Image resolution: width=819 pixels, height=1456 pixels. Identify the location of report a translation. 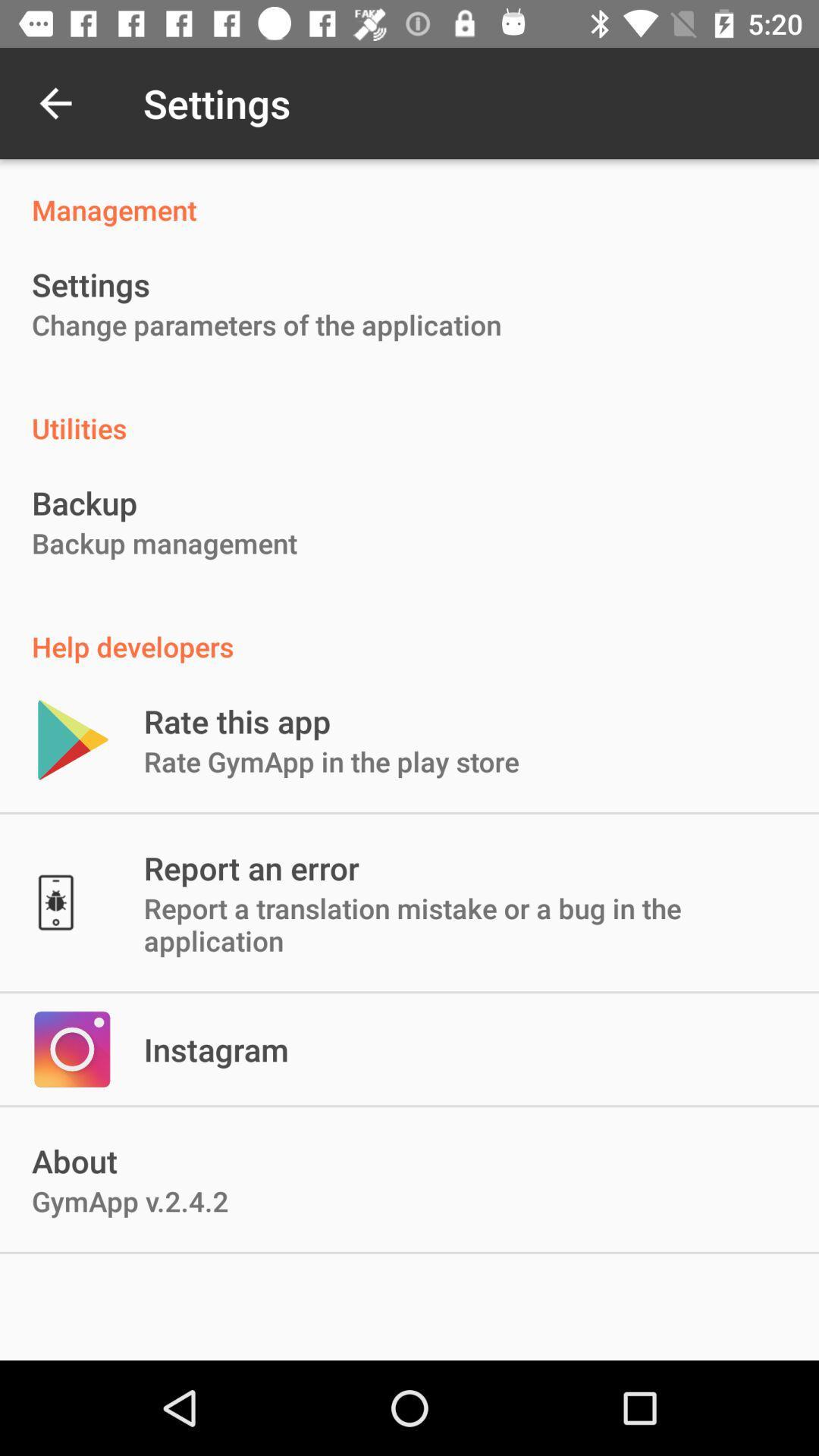
(464, 924).